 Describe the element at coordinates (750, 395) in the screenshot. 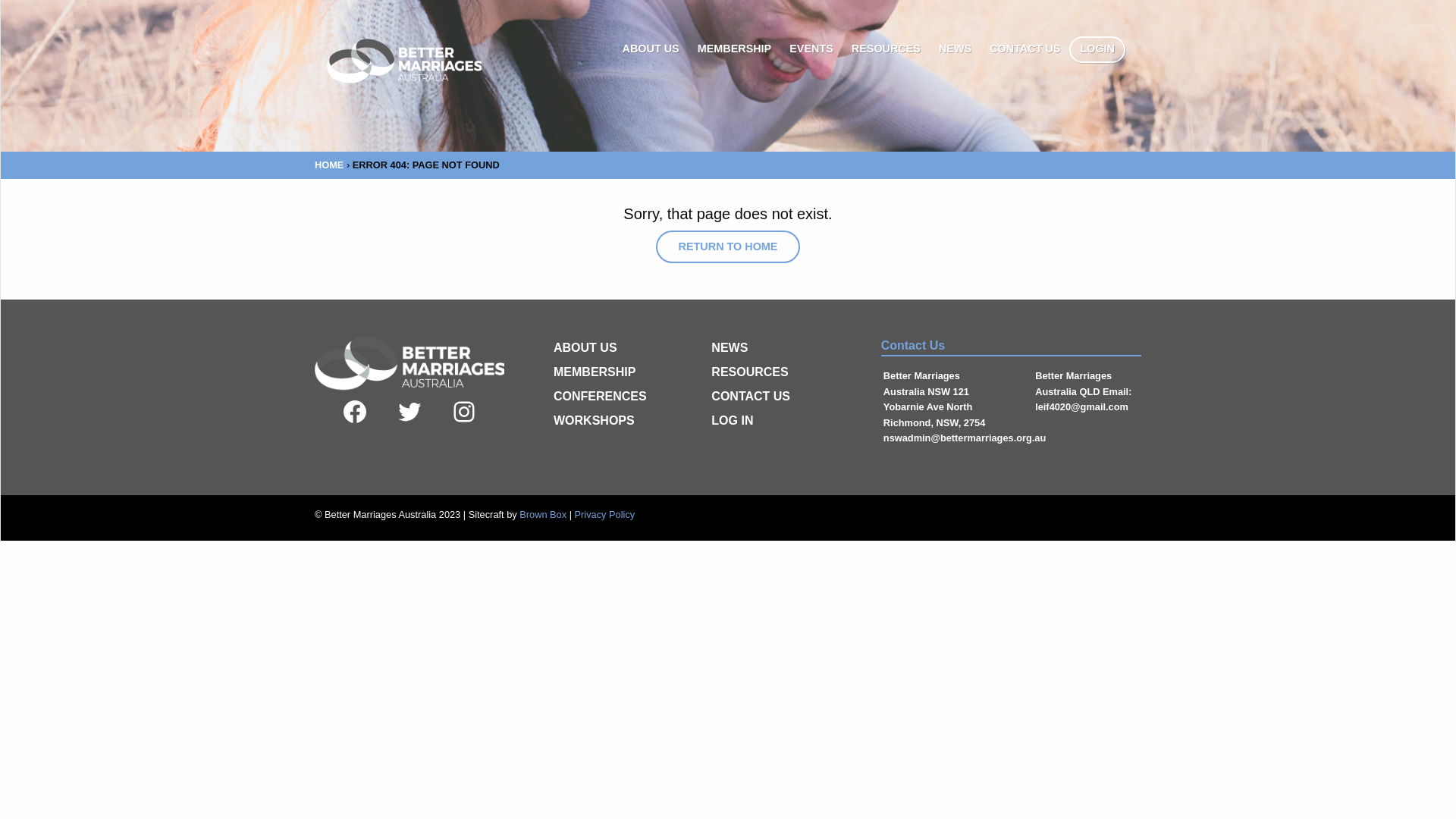

I see `'CONTACT US'` at that location.